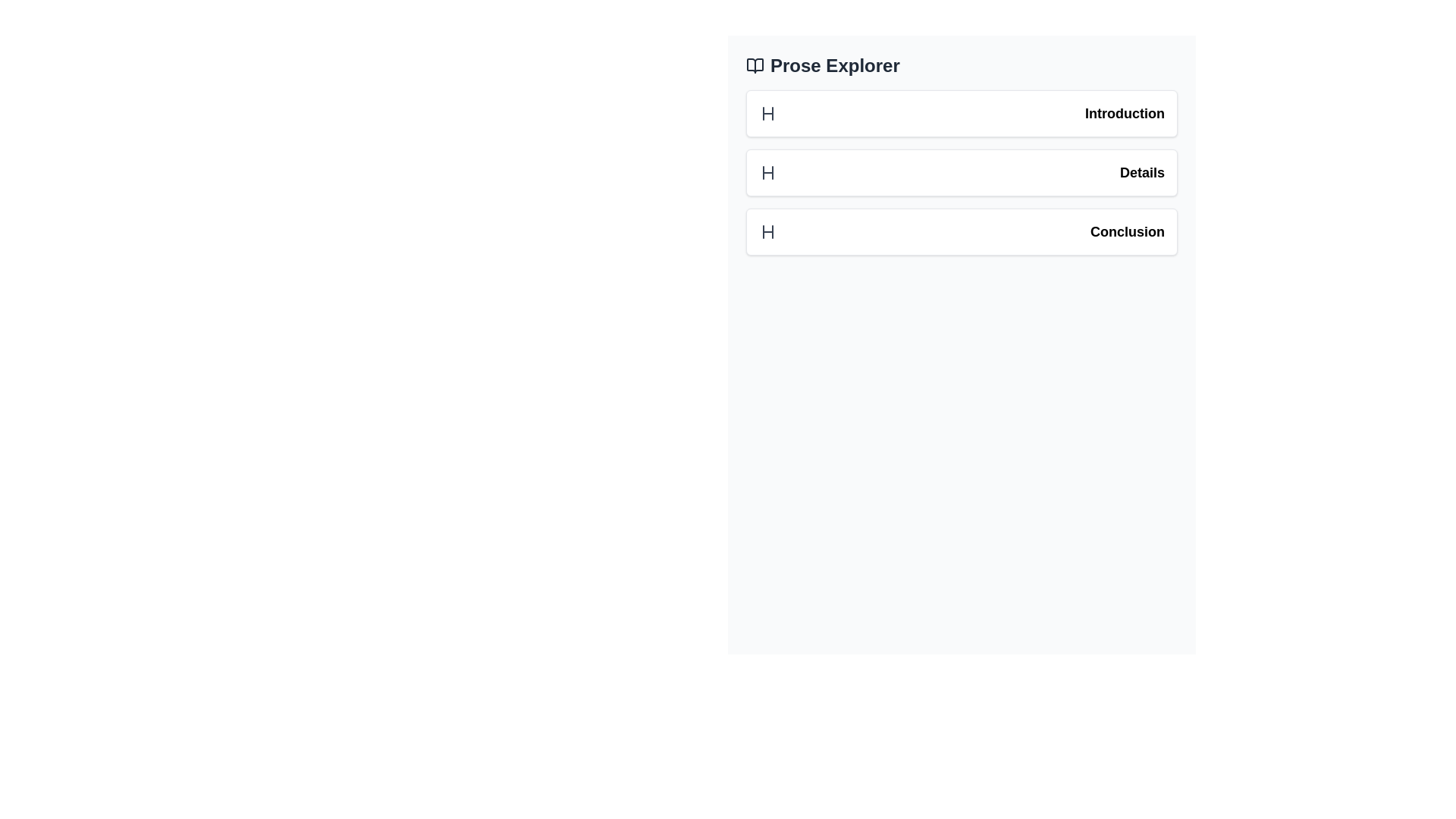 This screenshot has width=1456, height=819. Describe the element at coordinates (961, 231) in the screenshot. I see `the 'Conclusion' list item in the 'Prose Explorer' section for keyboard navigation` at that location.